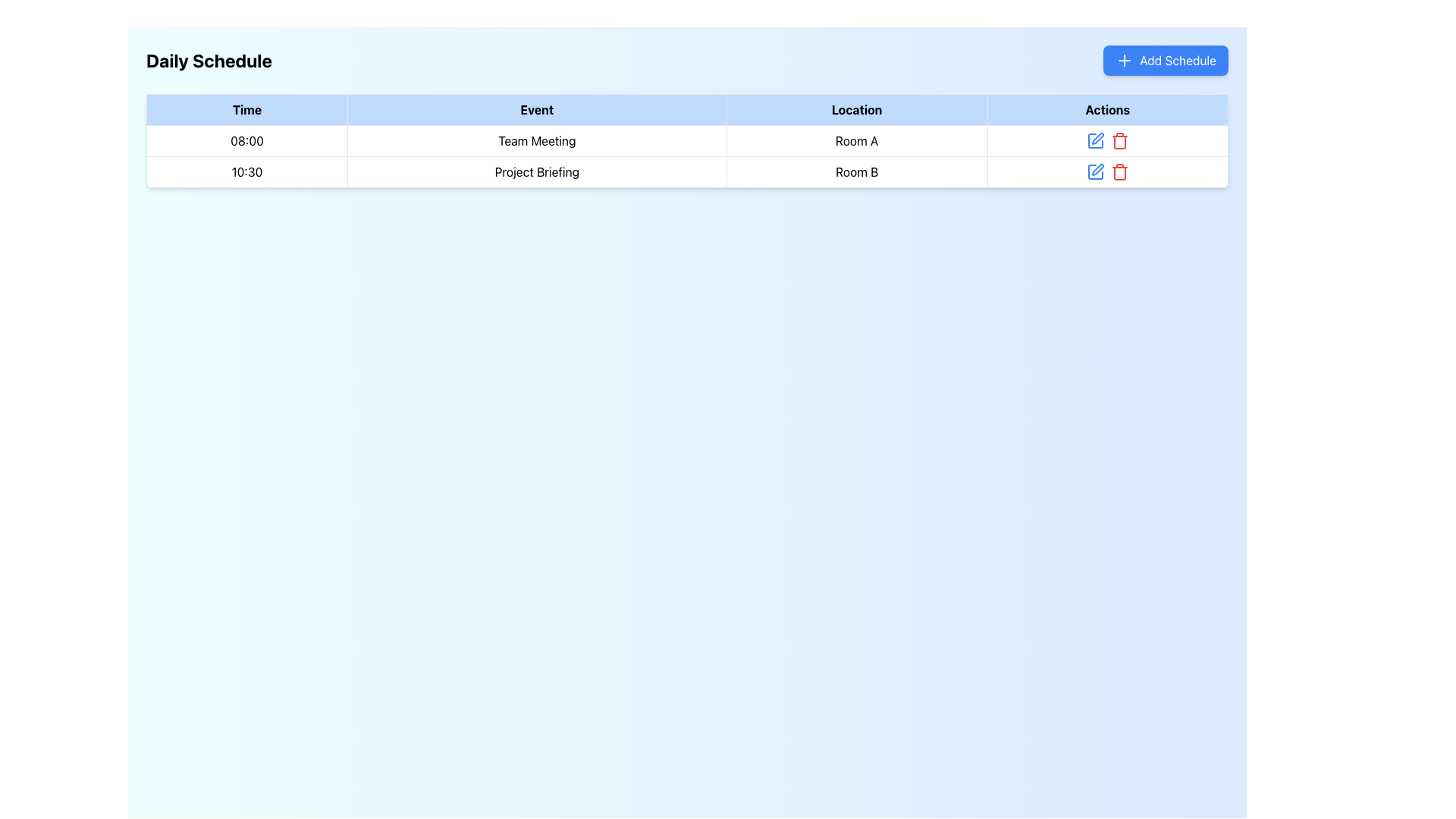 The height and width of the screenshot is (819, 1456). Describe the element at coordinates (857, 109) in the screenshot. I see `the Table Header Cell labeled 'Location' which is the third column header in a tabular layout` at that location.